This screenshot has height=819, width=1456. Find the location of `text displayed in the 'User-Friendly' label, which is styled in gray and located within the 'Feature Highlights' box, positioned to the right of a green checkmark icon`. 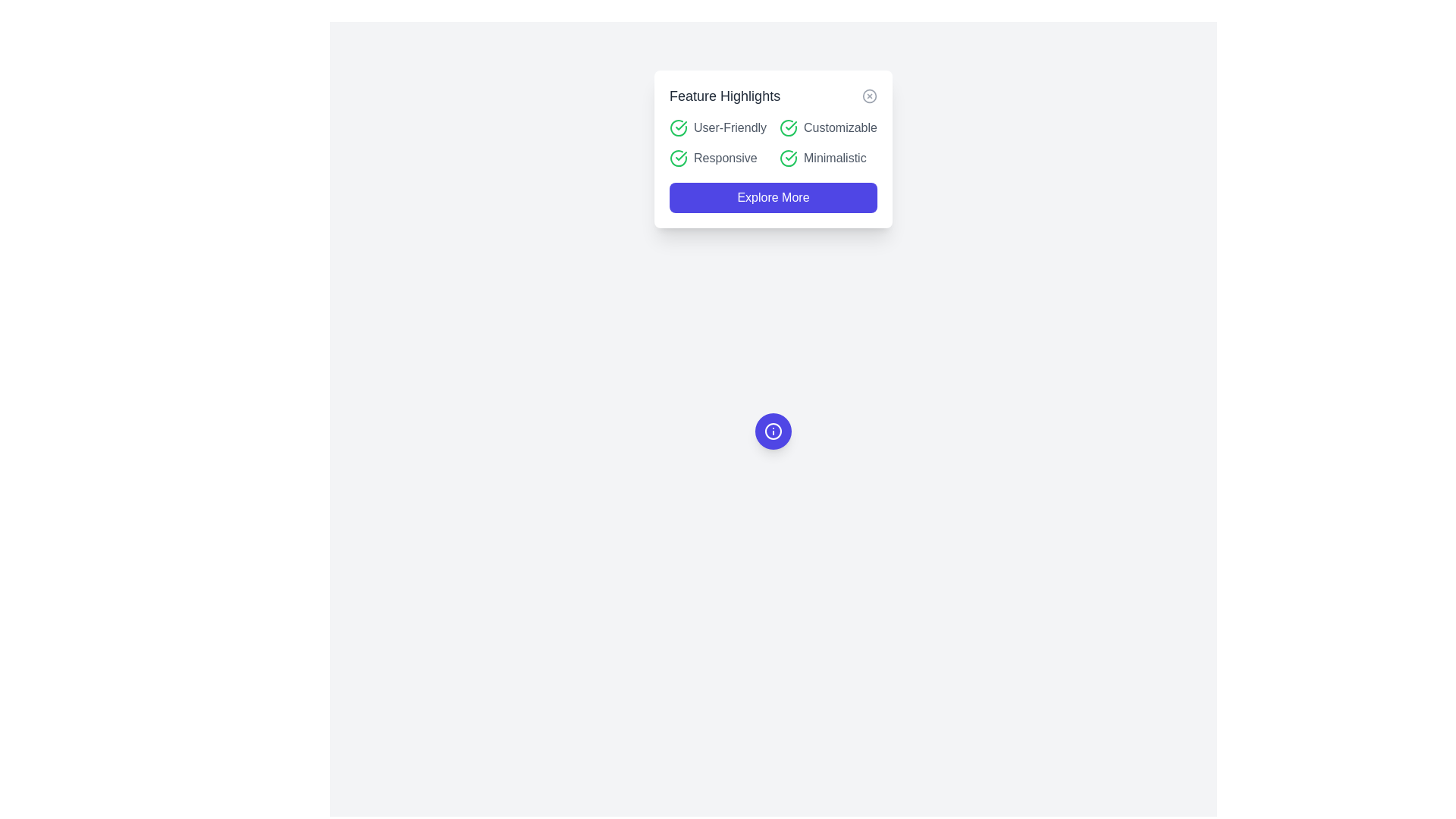

text displayed in the 'User-Friendly' label, which is styled in gray and located within the 'Feature Highlights' box, positioned to the right of a green checkmark icon is located at coordinates (730, 127).